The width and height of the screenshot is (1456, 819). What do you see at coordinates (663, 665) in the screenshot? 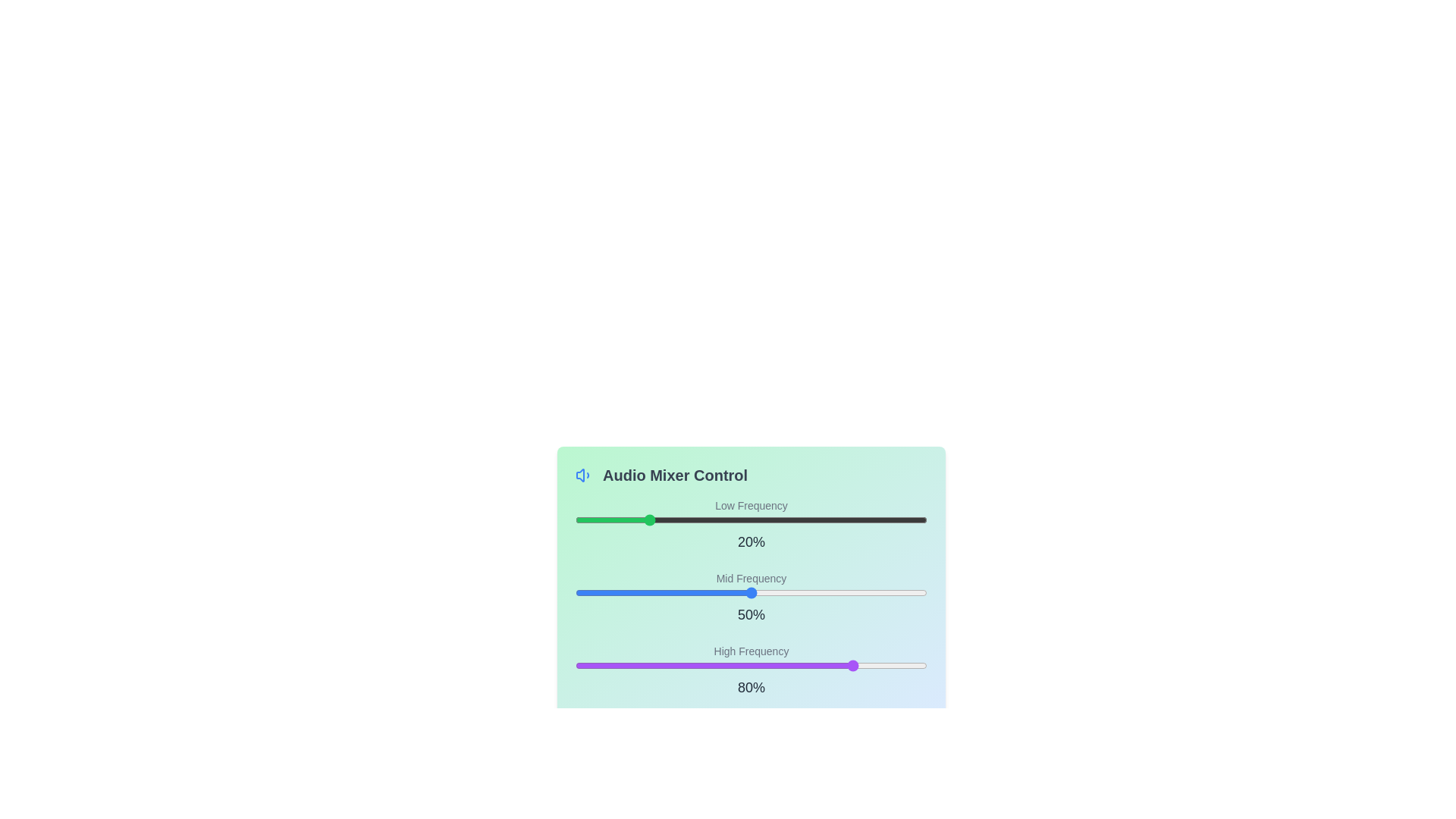
I see `the 'High Frequency' slider` at bounding box center [663, 665].